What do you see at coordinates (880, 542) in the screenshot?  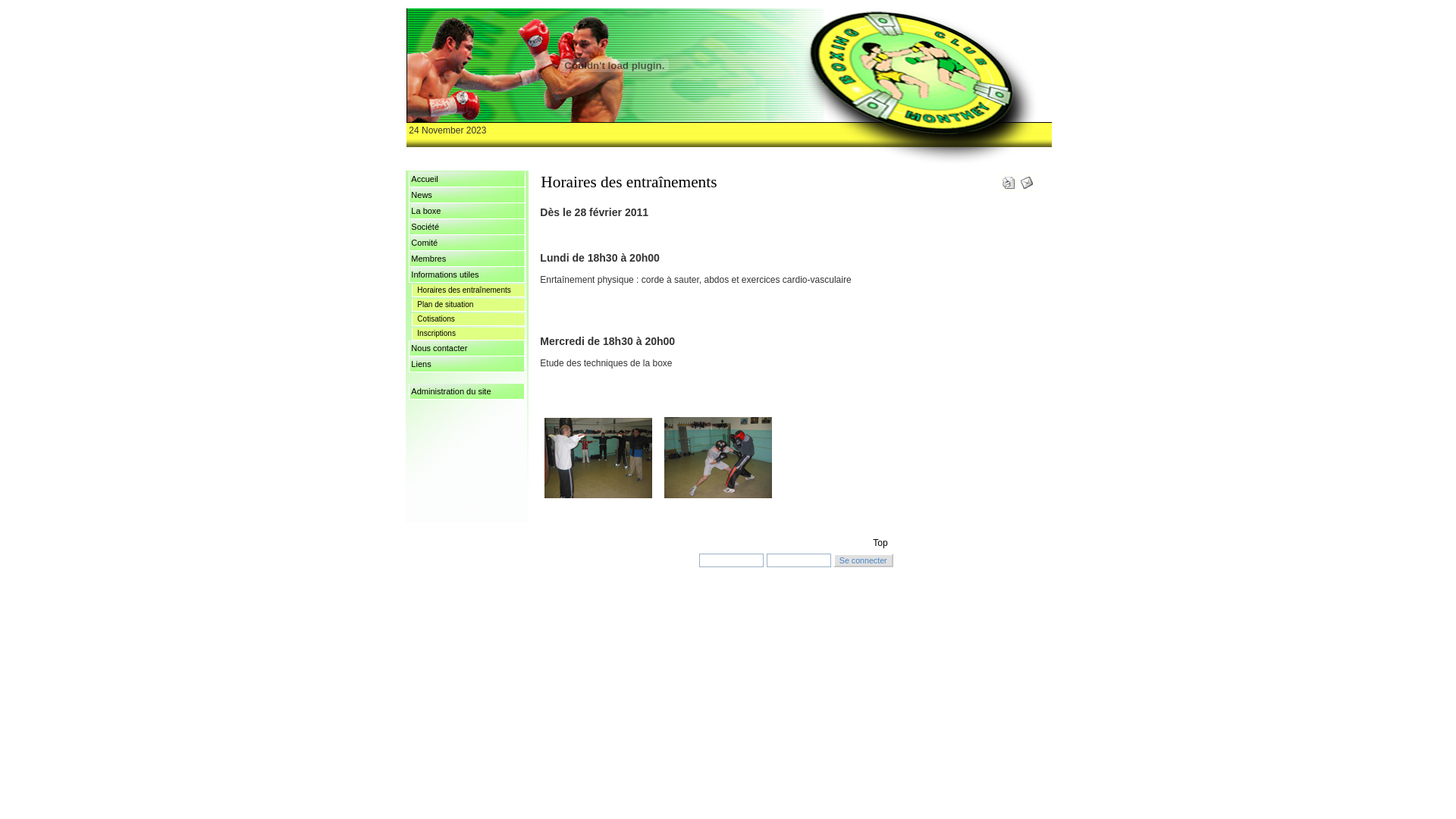 I see `'Top'` at bounding box center [880, 542].